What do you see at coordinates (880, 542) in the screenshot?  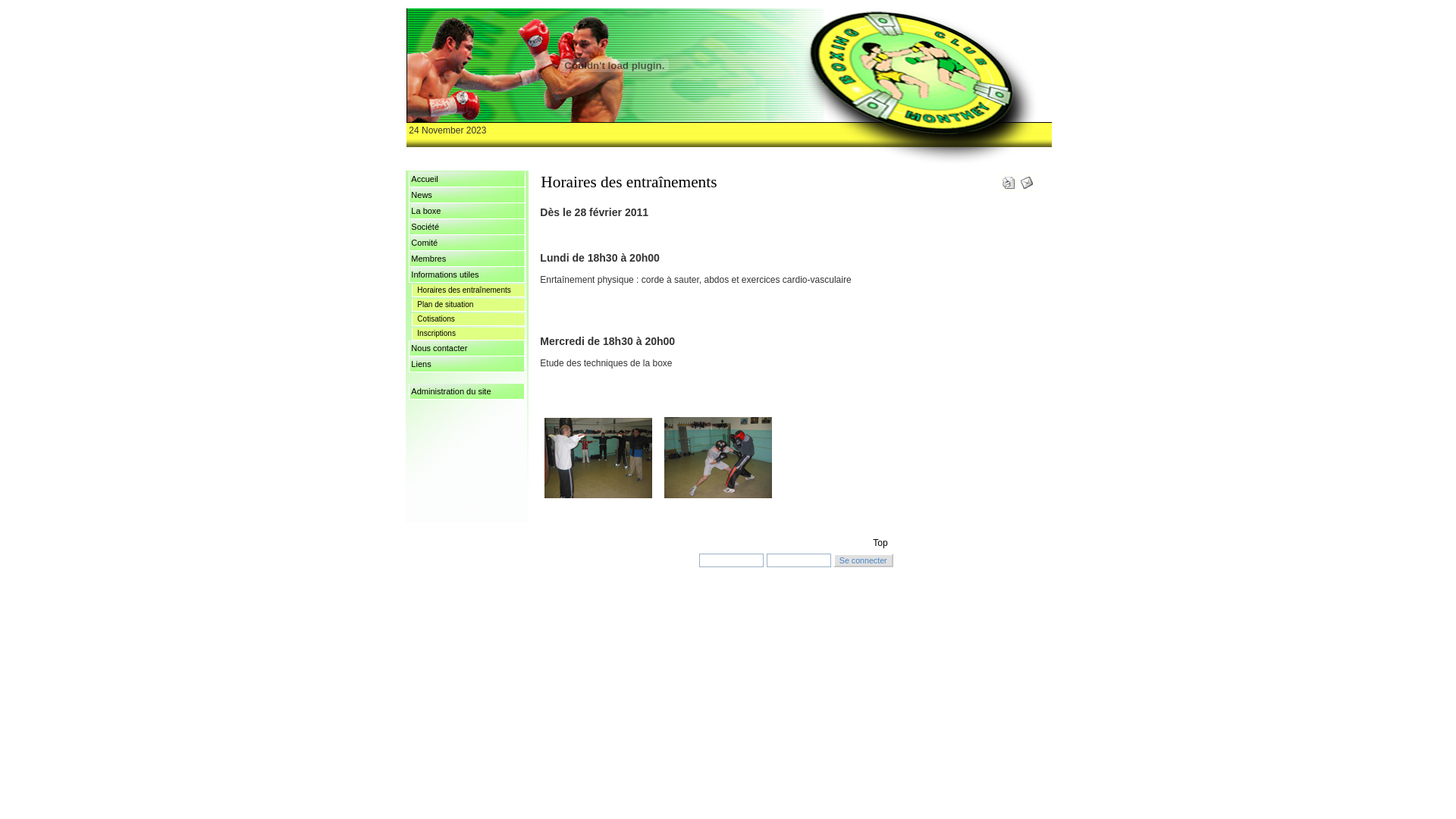 I see `'Top'` at bounding box center [880, 542].